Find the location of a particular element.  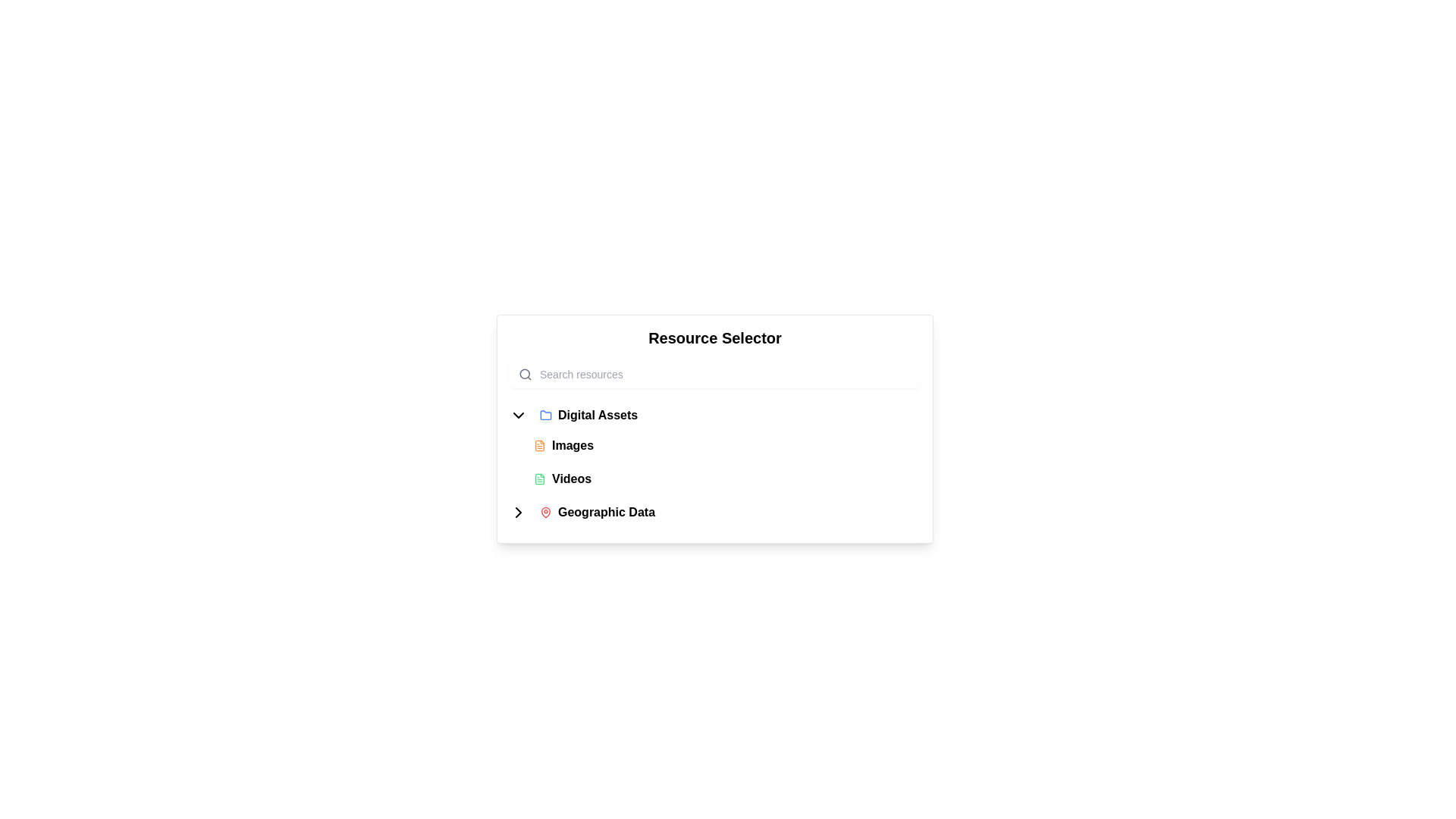

the 'Geographic Data' list item in the navigational menu is located at coordinates (714, 463).